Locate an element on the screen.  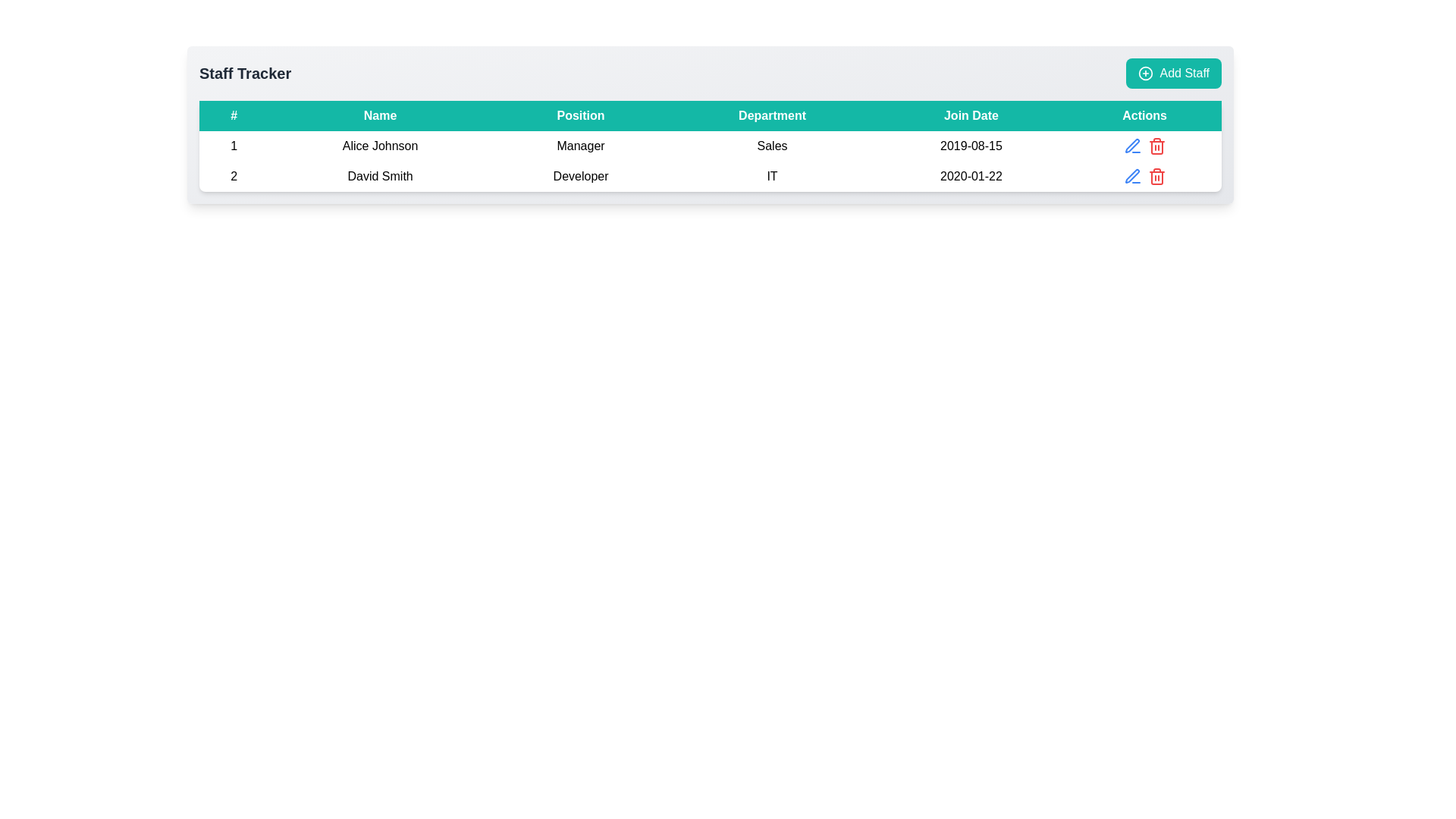
the text label displaying 'Sales' located in the 'Department' column of the table, corresponding to the row of 'Alice Johnson' is located at coordinates (772, 146).